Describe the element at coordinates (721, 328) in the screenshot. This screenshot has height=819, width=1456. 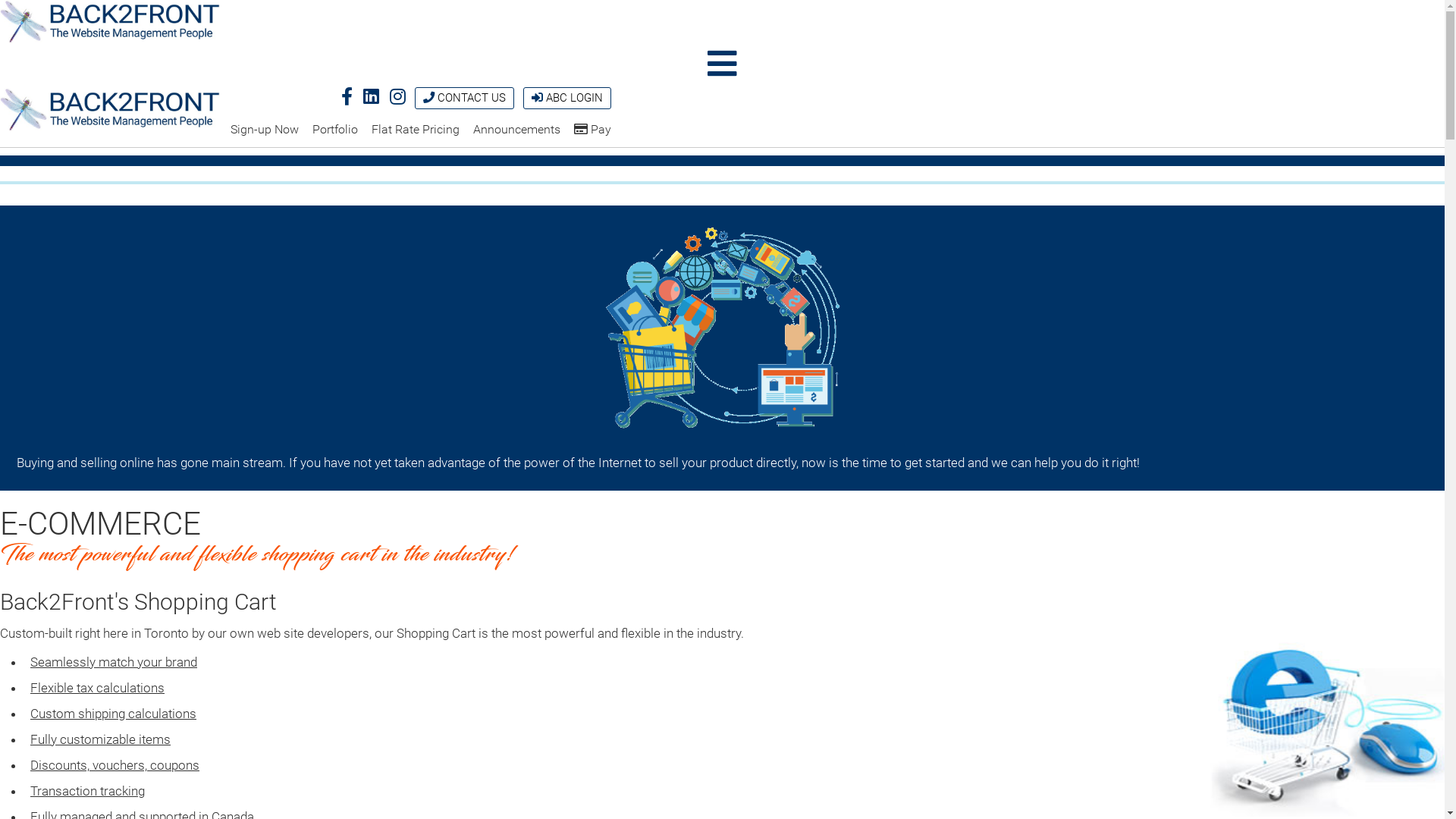
I see `'Ecommerce'` at that location.